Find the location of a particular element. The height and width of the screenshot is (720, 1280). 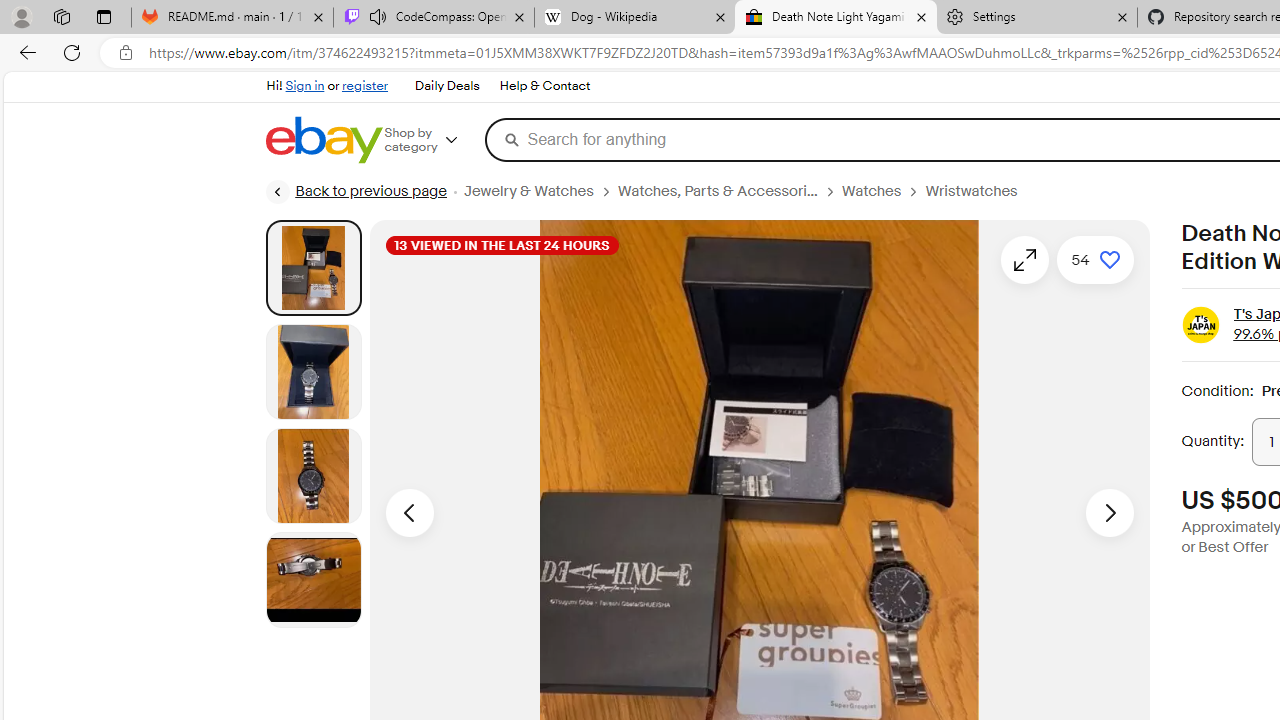

'Picture 4 of 4' is located at coordinates (312, 579).